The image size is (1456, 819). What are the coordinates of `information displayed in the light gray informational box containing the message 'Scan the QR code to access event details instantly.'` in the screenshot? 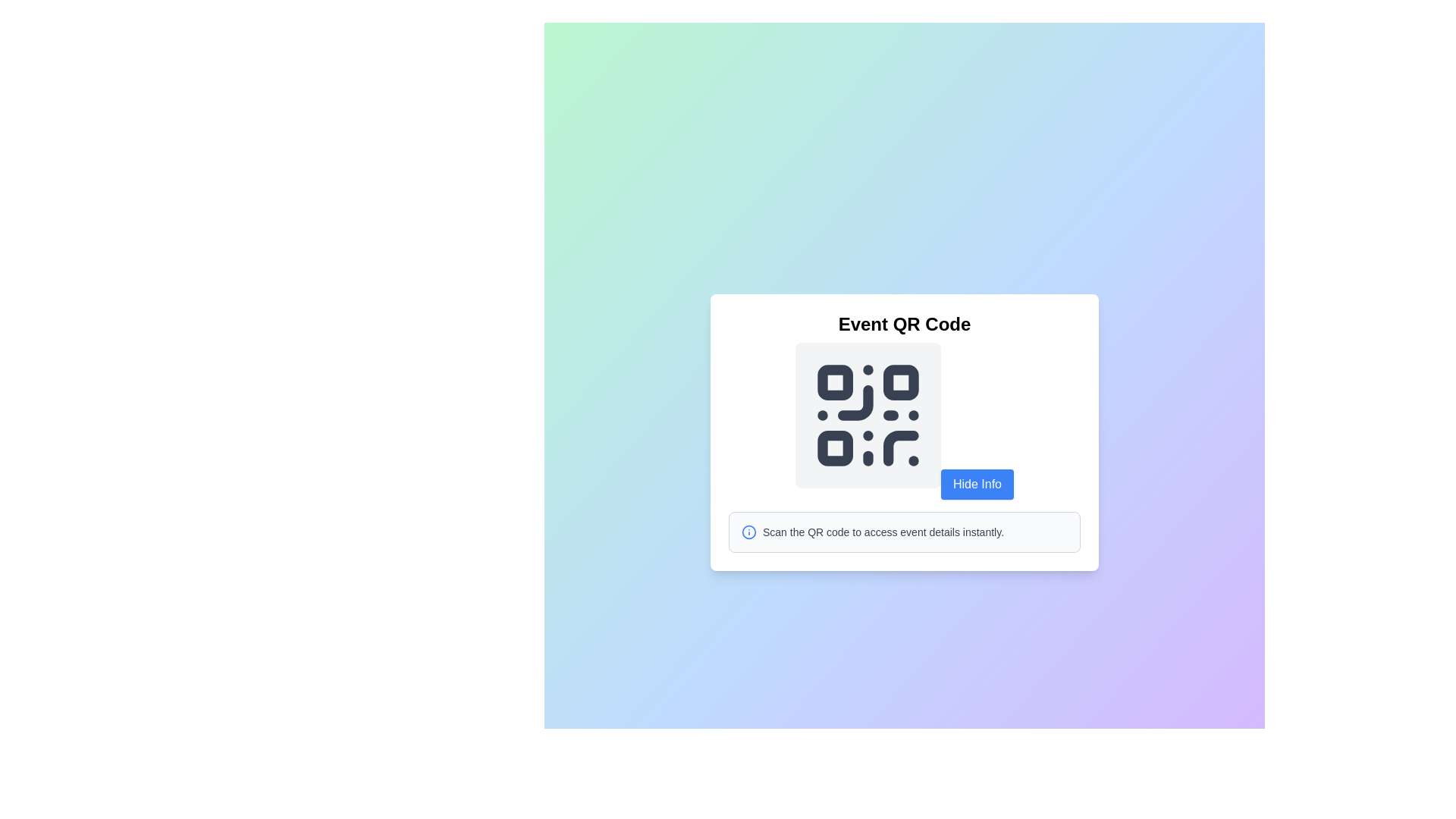 It's located at (905, 531).